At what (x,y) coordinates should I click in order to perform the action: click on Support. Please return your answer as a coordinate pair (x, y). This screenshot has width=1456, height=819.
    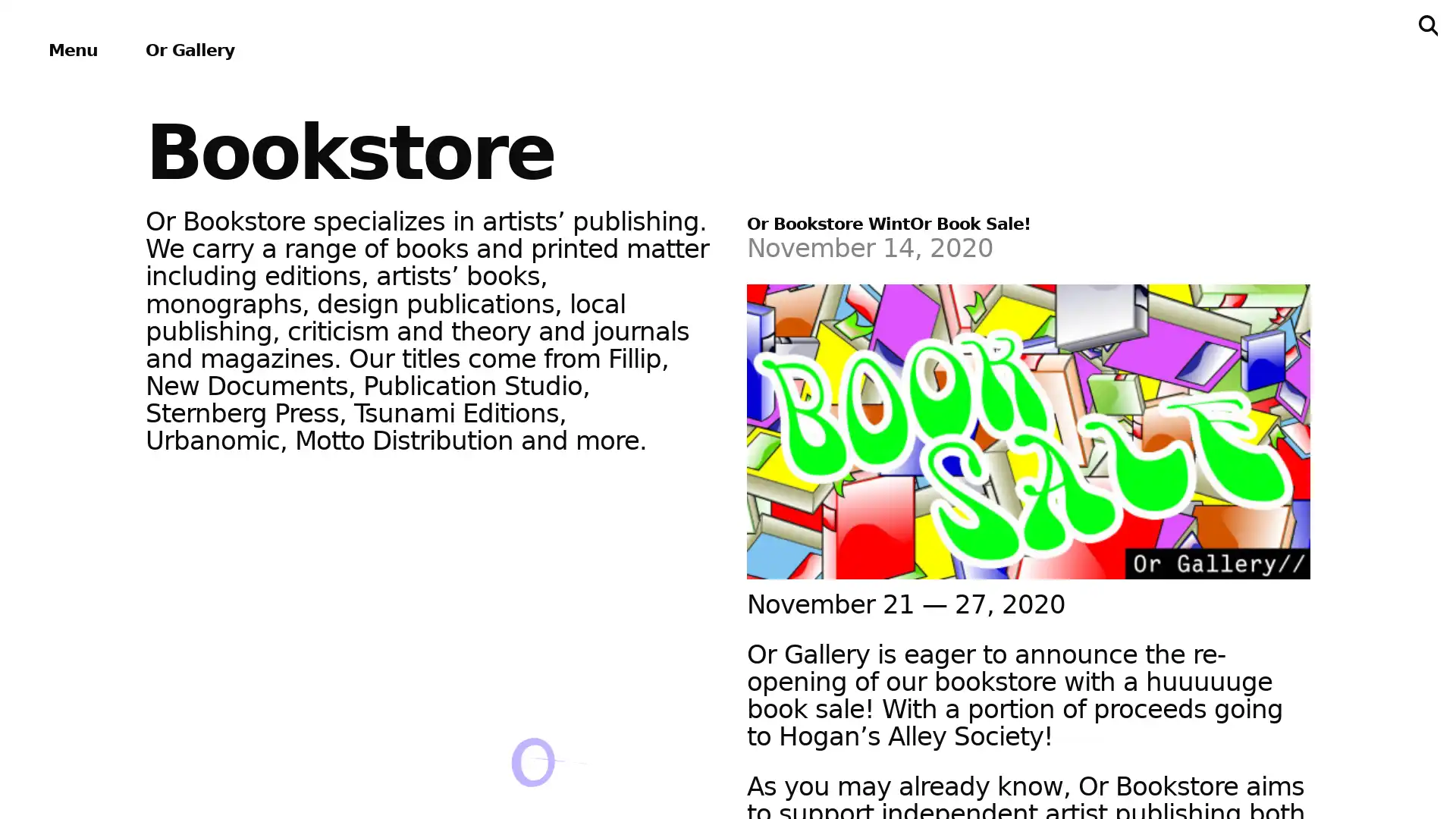
    Looking at the image, I should click on (329, 672).